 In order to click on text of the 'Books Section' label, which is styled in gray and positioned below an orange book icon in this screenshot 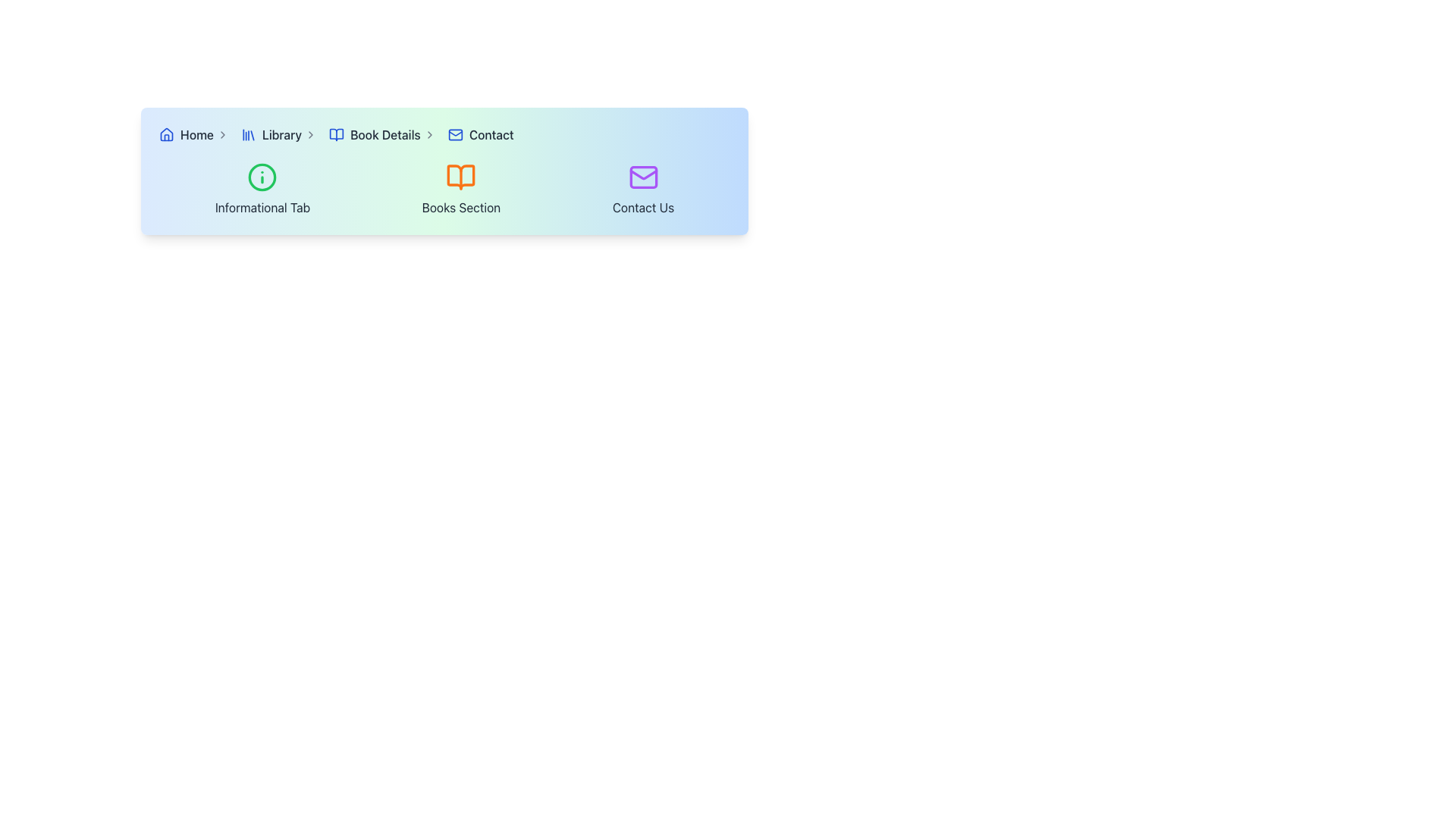, I will do `click(460, 207)`.